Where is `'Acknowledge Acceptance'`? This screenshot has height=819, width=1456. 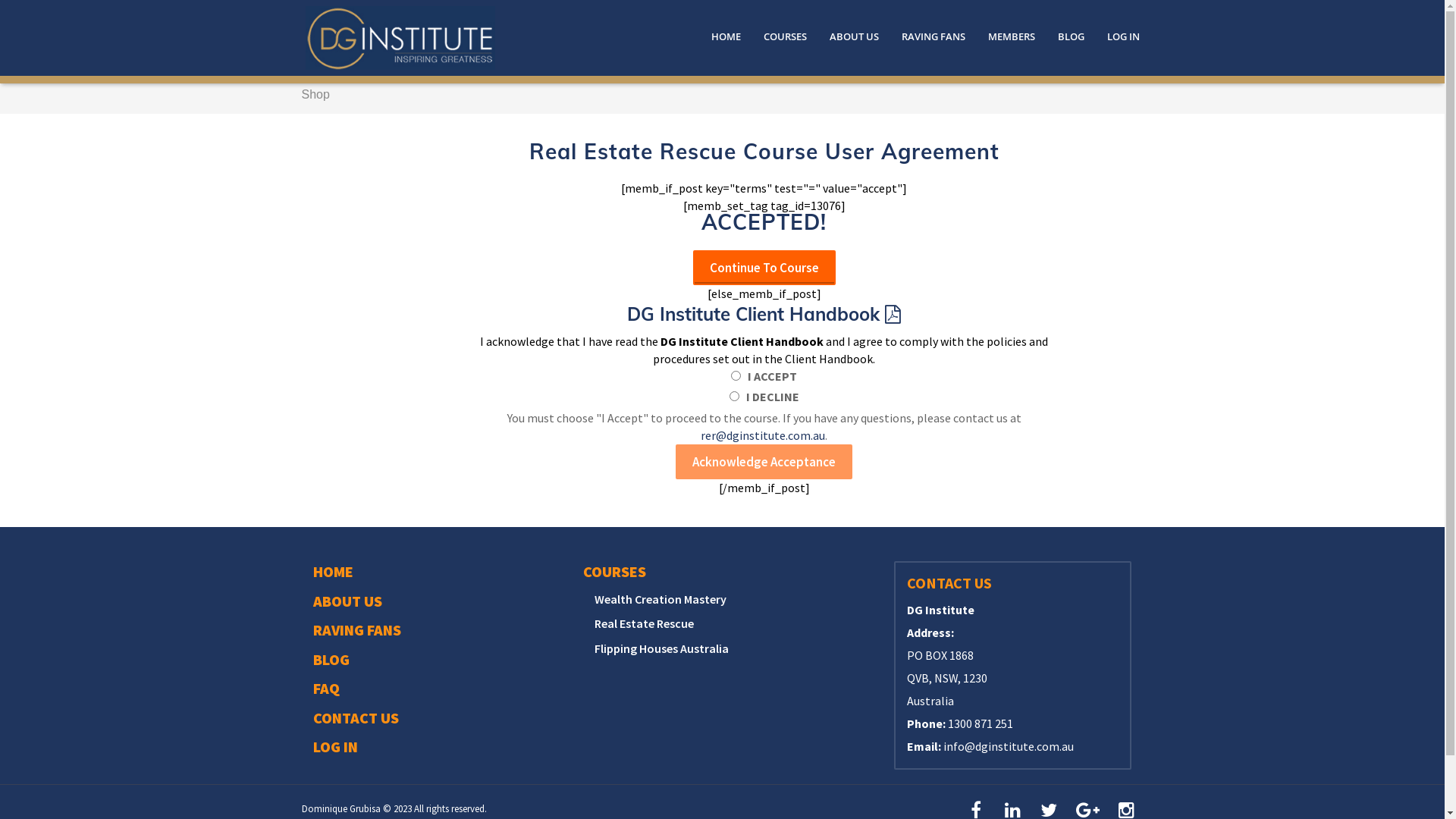 'Acknowledge Acceptance' is located at coordinates (764, 461).